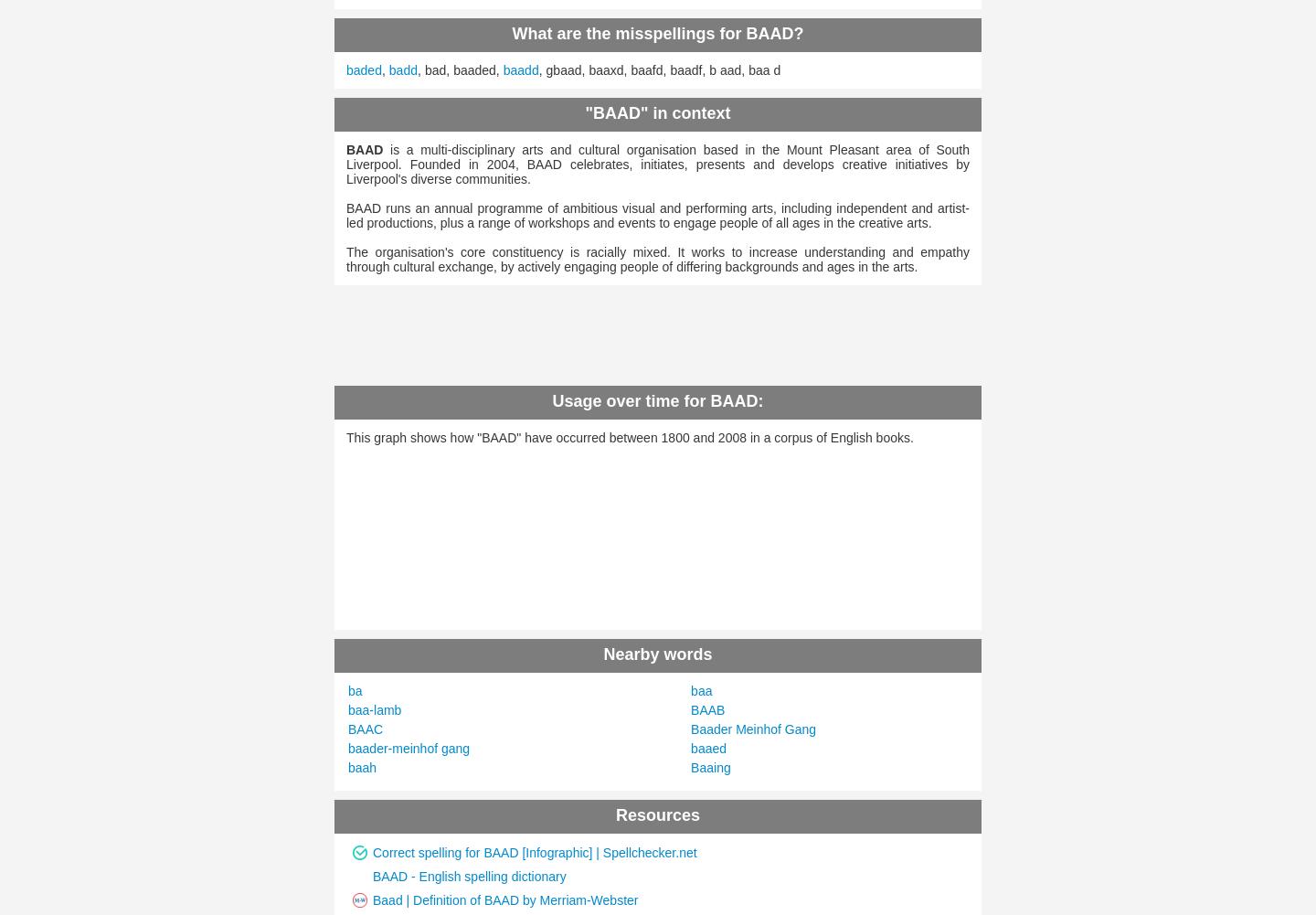 The width and height of the screenshot is (1316, 915). I want to click on 'The organisation's core constituency is racially mixed. It works to increase understanding and empathy through cultural exchange, by actively engaging people of differing backgrounds and ages in the arts.', so click(658, 258).